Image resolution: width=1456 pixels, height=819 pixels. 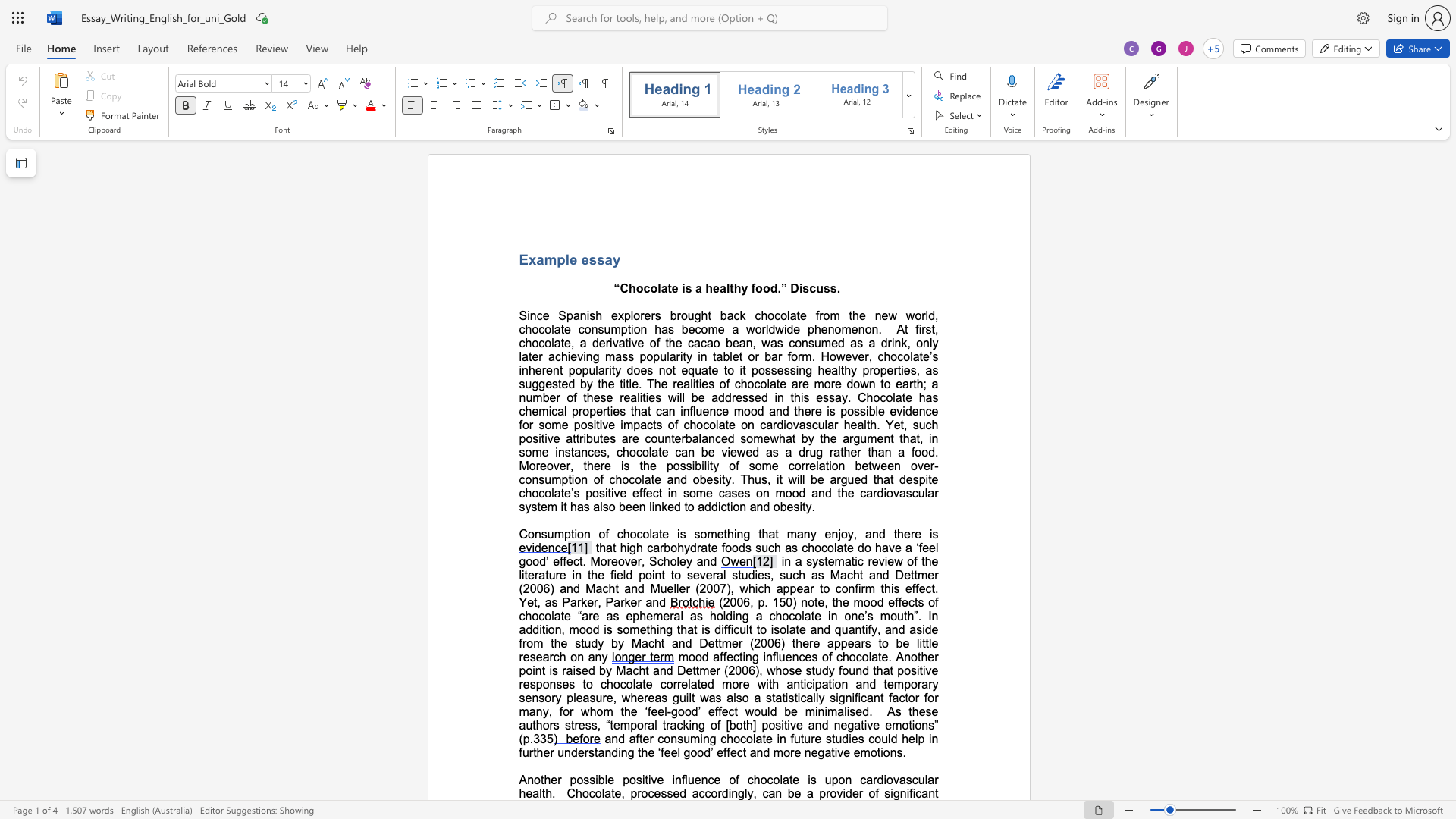 I want to click on the space between the continuous character "u" and "s" in the text, so click(x=822, y=288).